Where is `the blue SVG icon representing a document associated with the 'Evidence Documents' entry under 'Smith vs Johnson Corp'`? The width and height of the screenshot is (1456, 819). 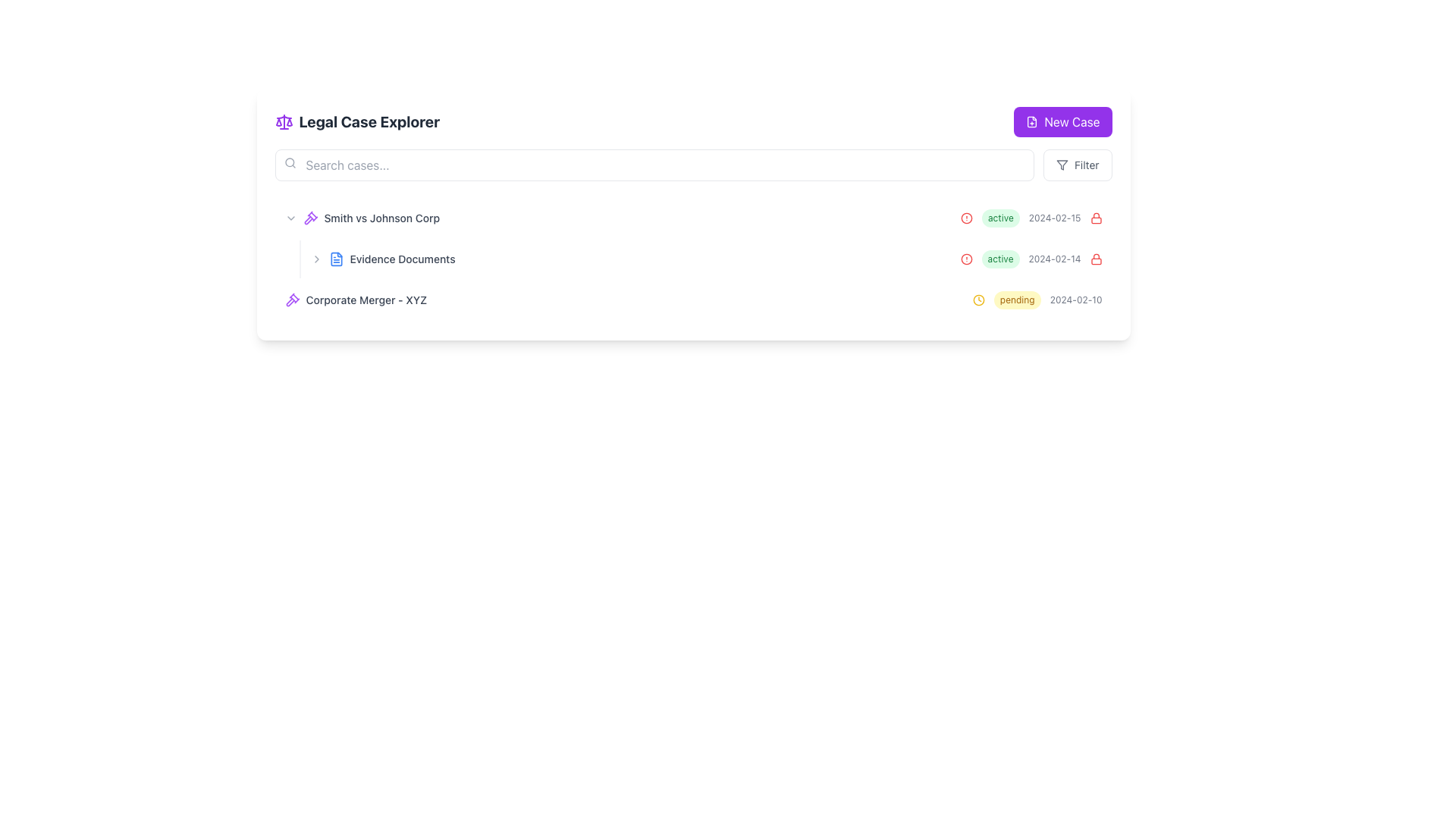
the blue SVG icon representing a document associated with the 'Evidence Documents' entry under 'Smith vs Johnson Corp' is located at coordinates (335, 259).